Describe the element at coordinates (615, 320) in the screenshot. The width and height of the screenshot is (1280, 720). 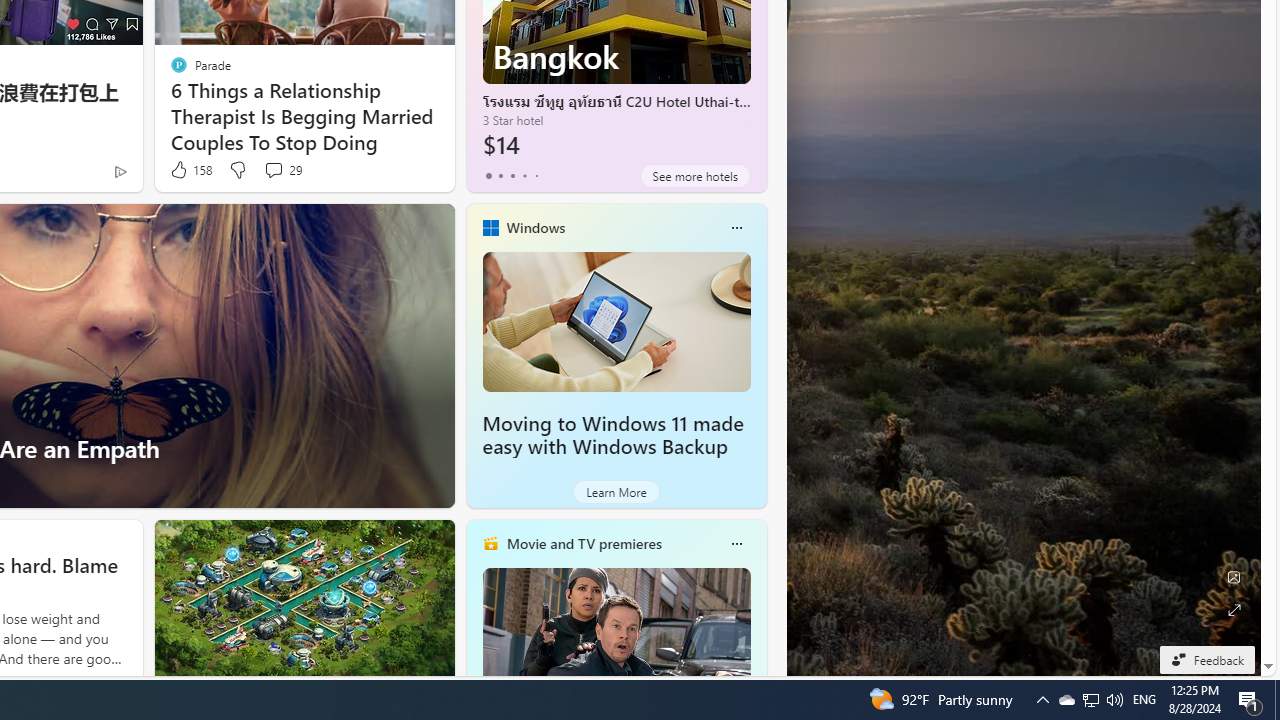
I see `'Moving to Windows 11 made easy with Windows Backup'` at that location.